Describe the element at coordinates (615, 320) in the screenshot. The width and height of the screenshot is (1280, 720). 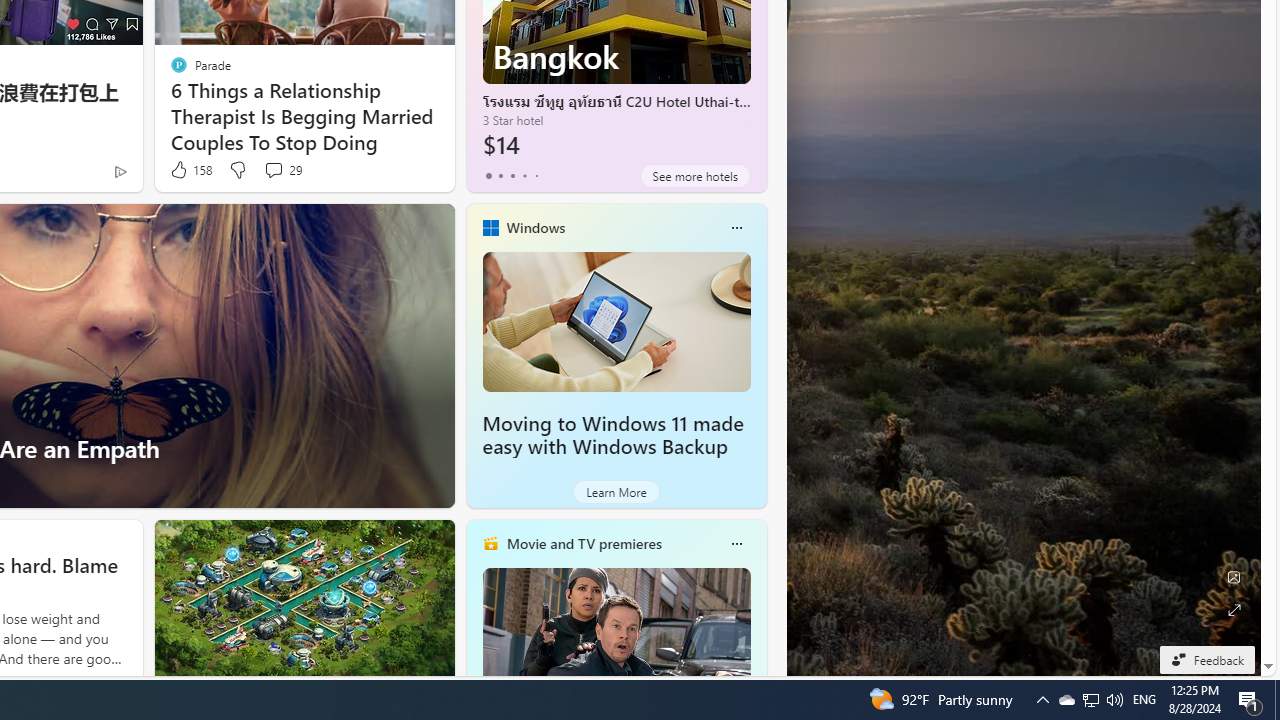
I see `'Moving to Windows 11 made easy with Windows Backup'` at that location.